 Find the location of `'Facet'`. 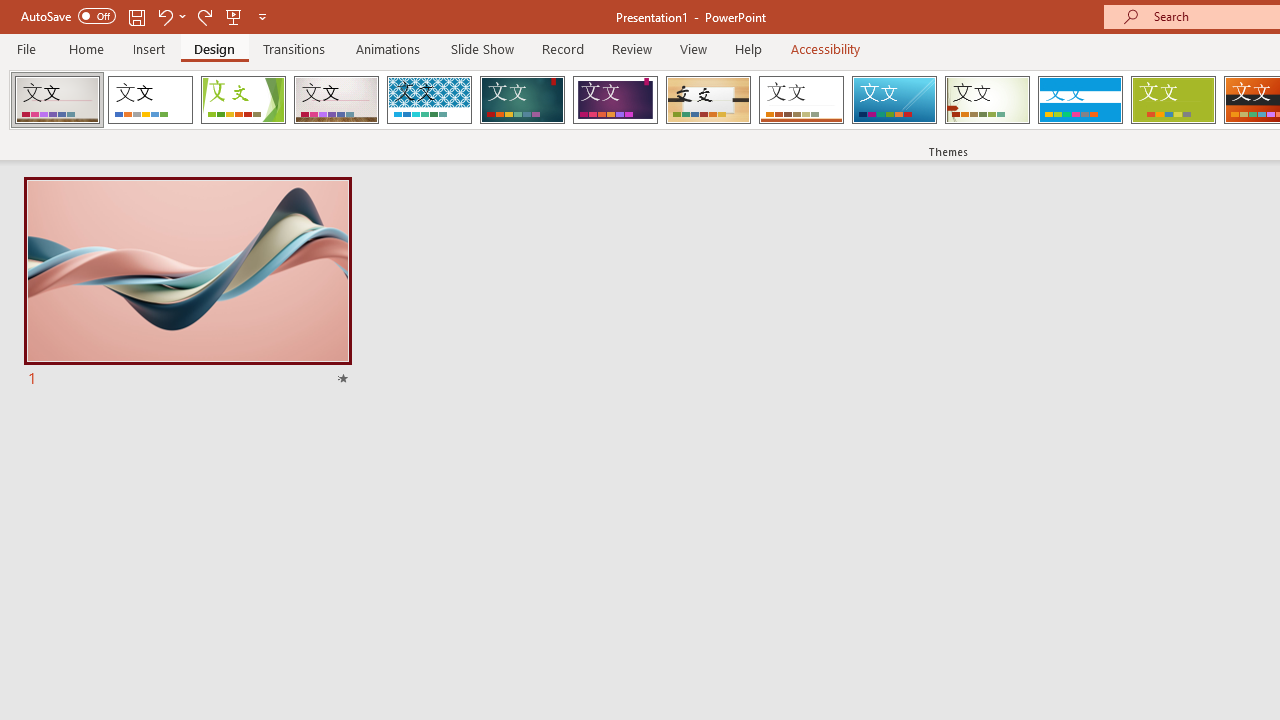

'Facet' is located at coordinates (242, 100).